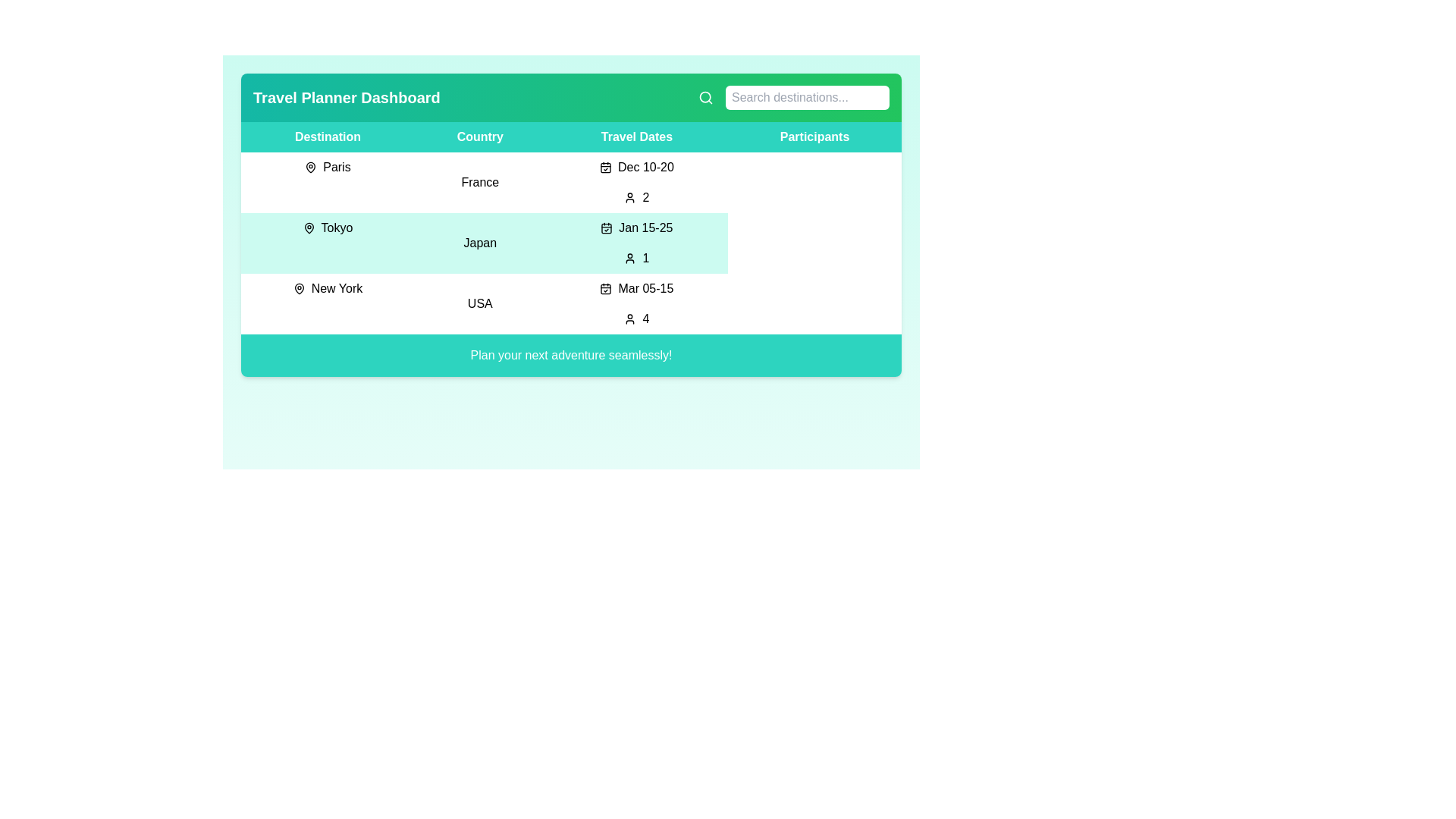 The image size is (1456, 819). Describe the element at coordinates (704, 97) in the screenshot. I see `the SVG circle element located at the far-right corner of the header bar, next to the 'Search destinations...' text input field, as it is integrated into an interactive component` at that location.